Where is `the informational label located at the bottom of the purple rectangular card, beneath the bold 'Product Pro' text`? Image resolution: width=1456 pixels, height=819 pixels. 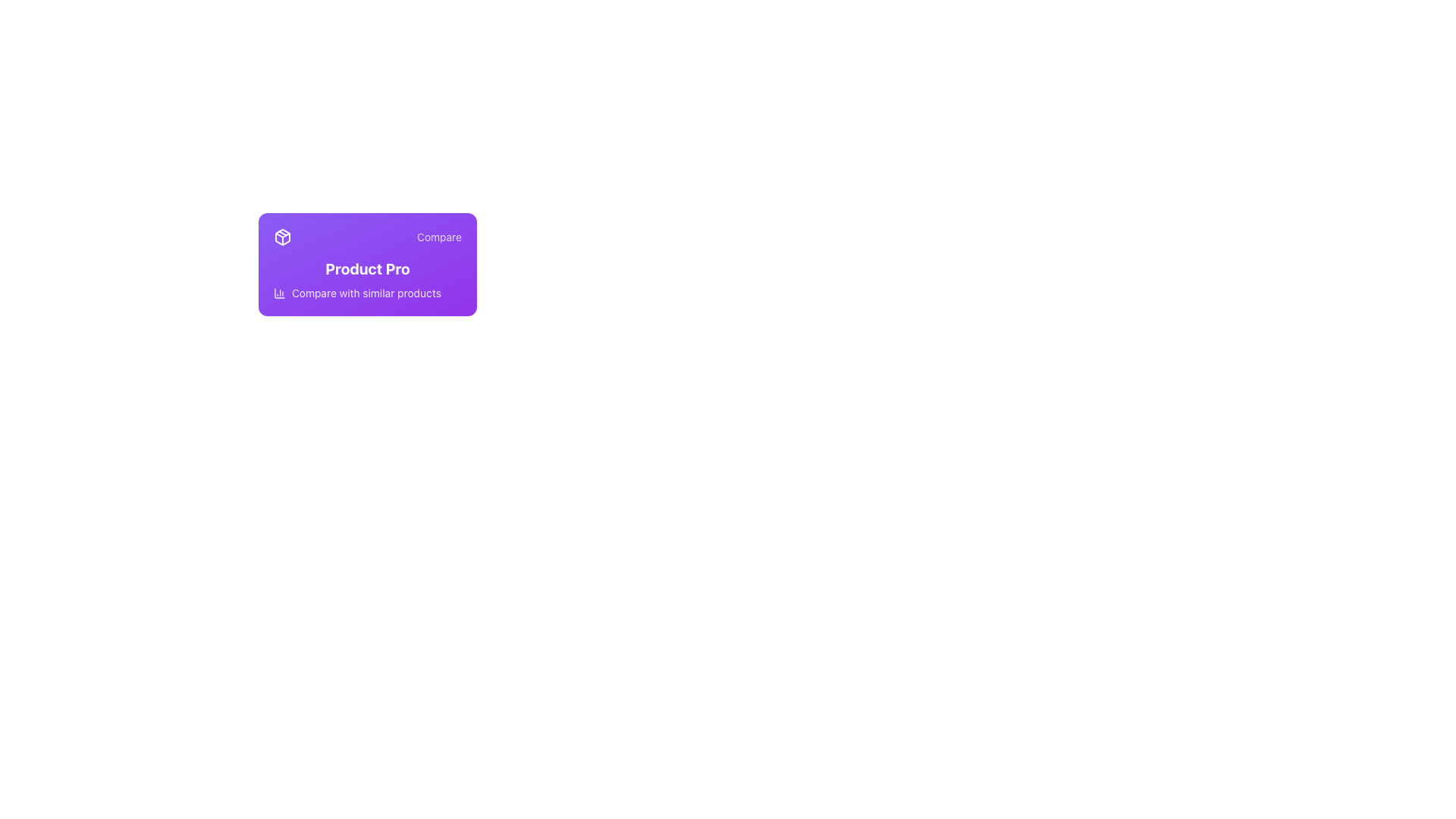 the informational label located at the bottom of the purple rectangular card, beneath the bold 'Product Pro' text is located at coordinates (367, 293).